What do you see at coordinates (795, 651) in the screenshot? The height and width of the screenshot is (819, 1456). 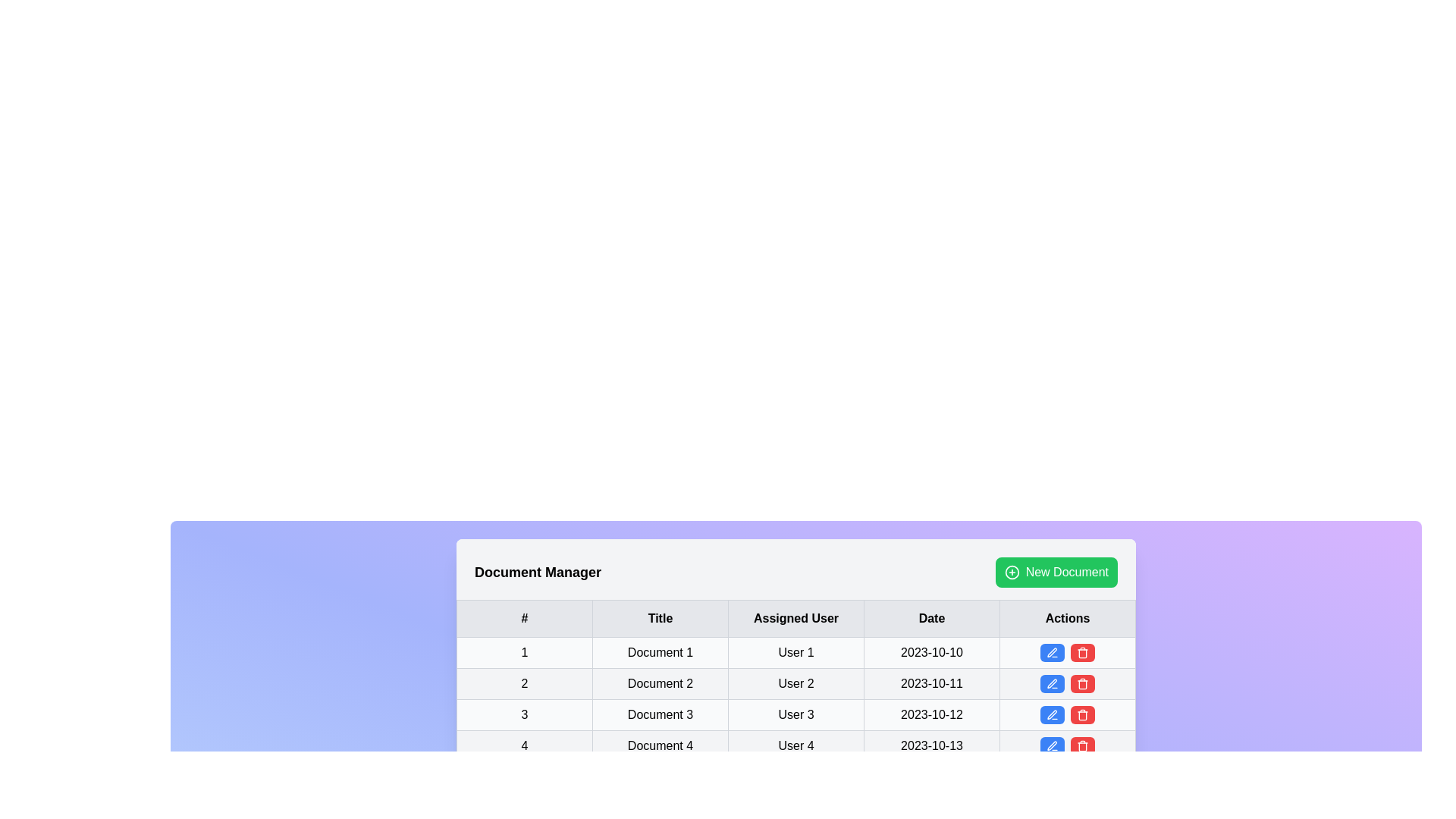 I see `the label displaying 'User 1' in the 'Assigned User' column of the 'Document Manager' table, which is a rectangular field with a light gray background and bold dark font` at bounding box center [795, 651].